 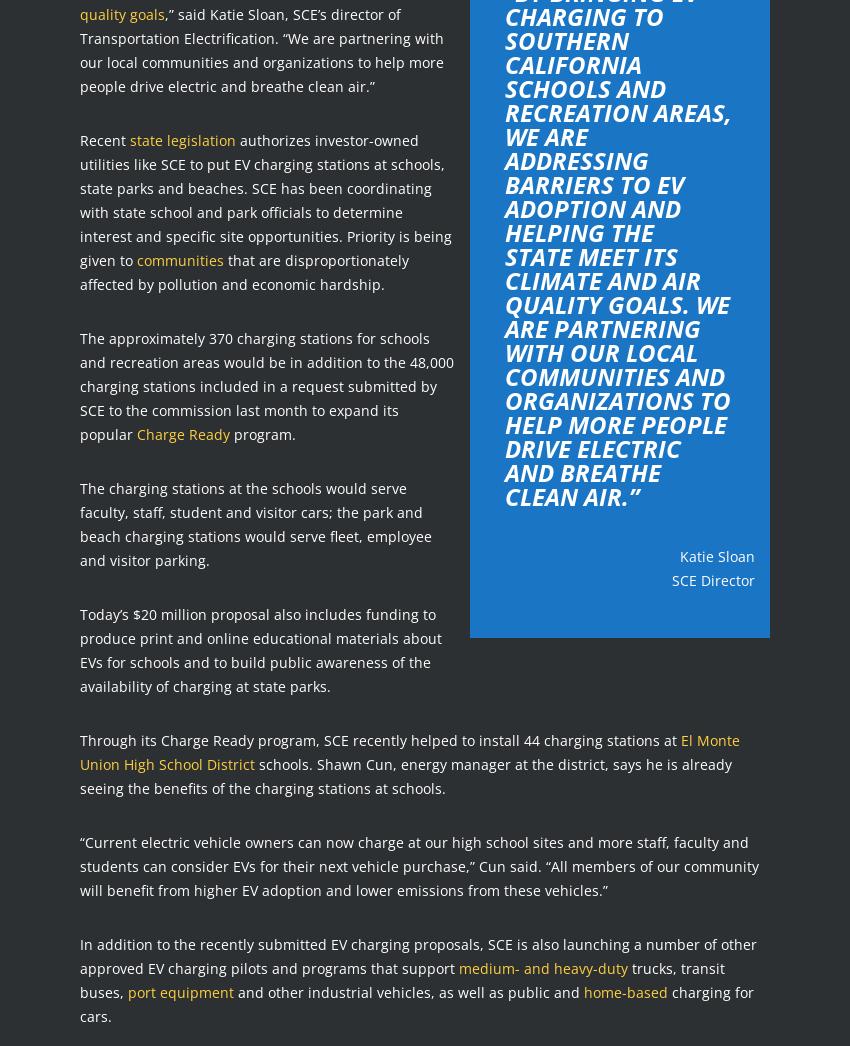 I want to click on 'medium- and heavy-duty', so click(x=542, y=966).